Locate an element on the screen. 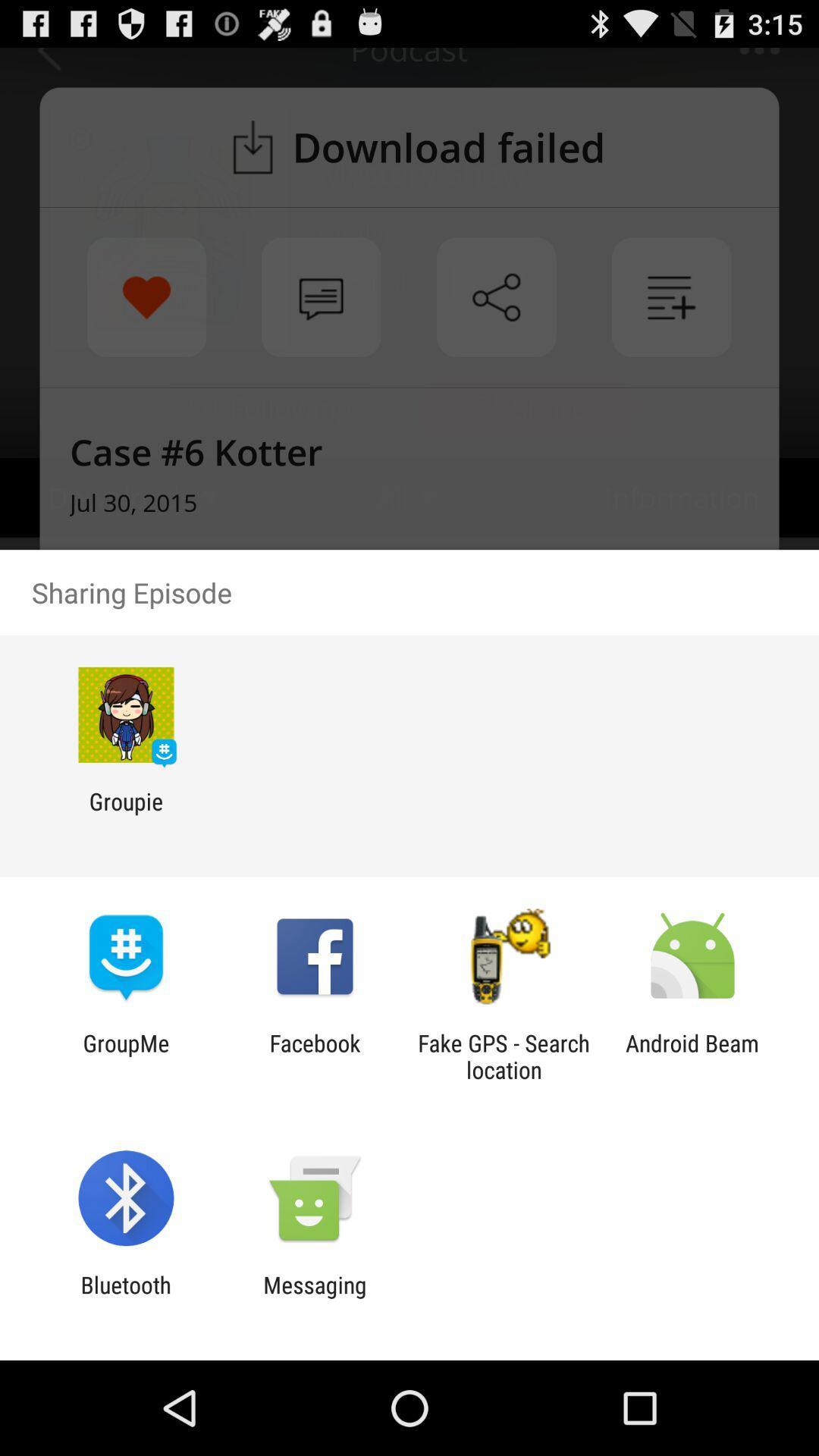 The image size is (819, 1456). the app to the left of the messaging app is located at coordinates (125, 1298).